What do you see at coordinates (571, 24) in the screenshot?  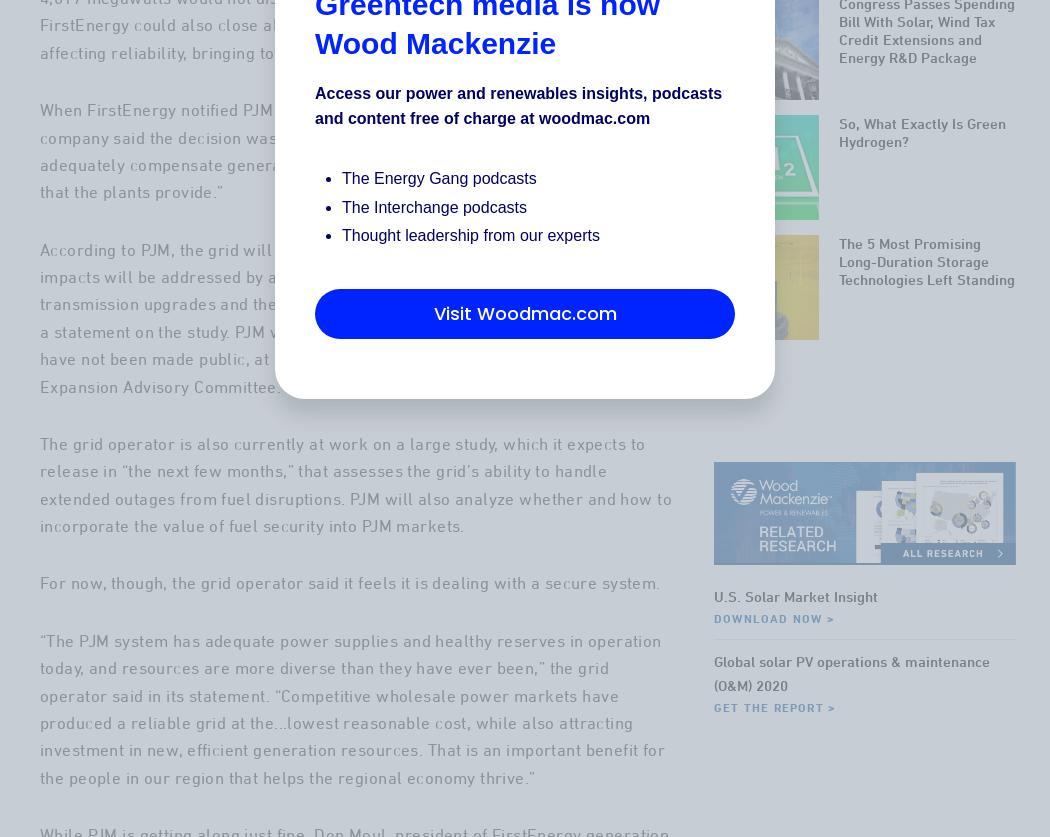 I see `'FirstEnergy'` at bounding box center [571, 24].